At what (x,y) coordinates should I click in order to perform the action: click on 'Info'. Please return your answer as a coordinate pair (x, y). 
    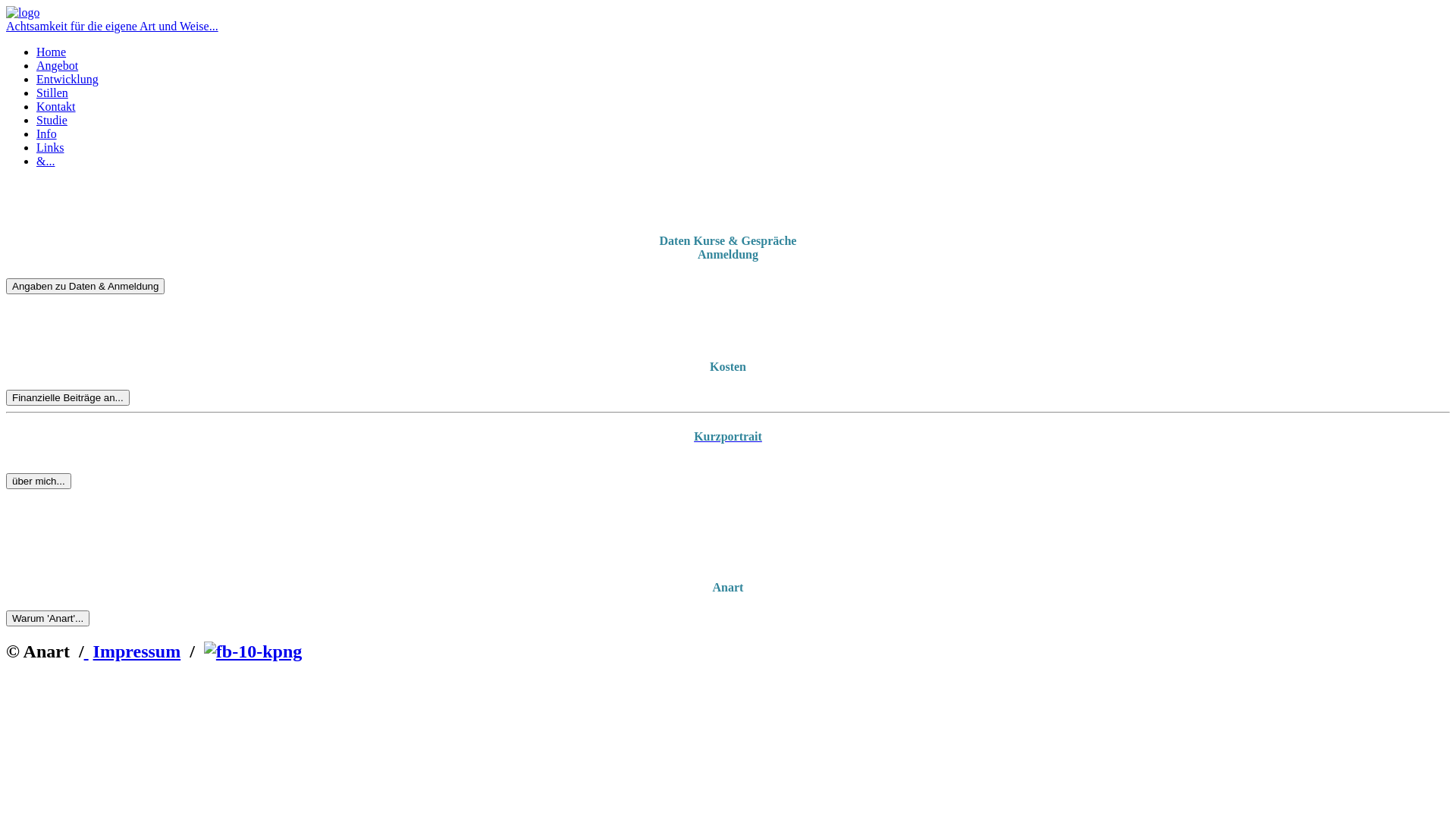
    Looking at the image, I should click on (46, 133).